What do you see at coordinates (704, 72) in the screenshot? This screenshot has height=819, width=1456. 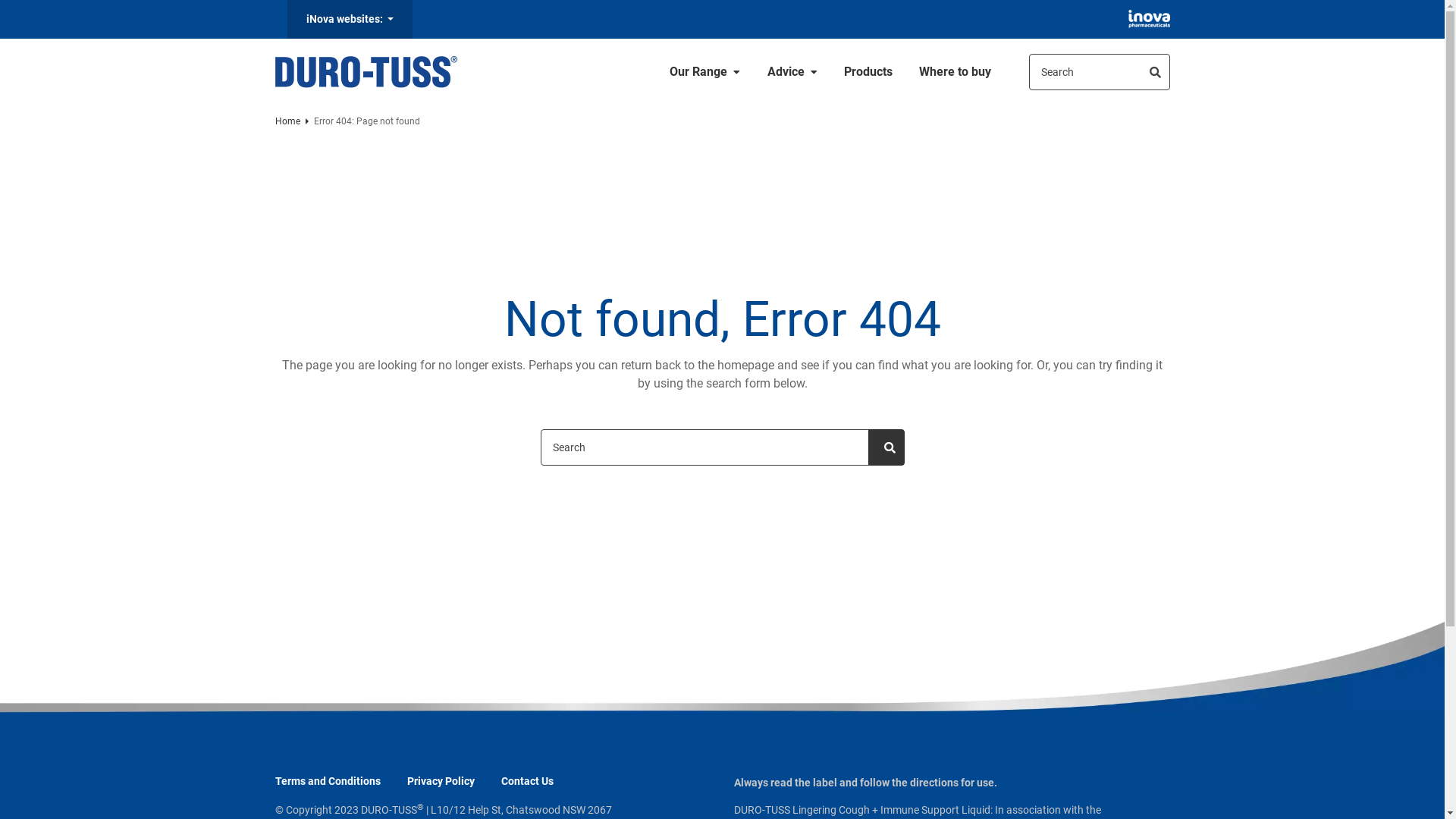 I see `'Our Range'` at bounding box center [704, 72].